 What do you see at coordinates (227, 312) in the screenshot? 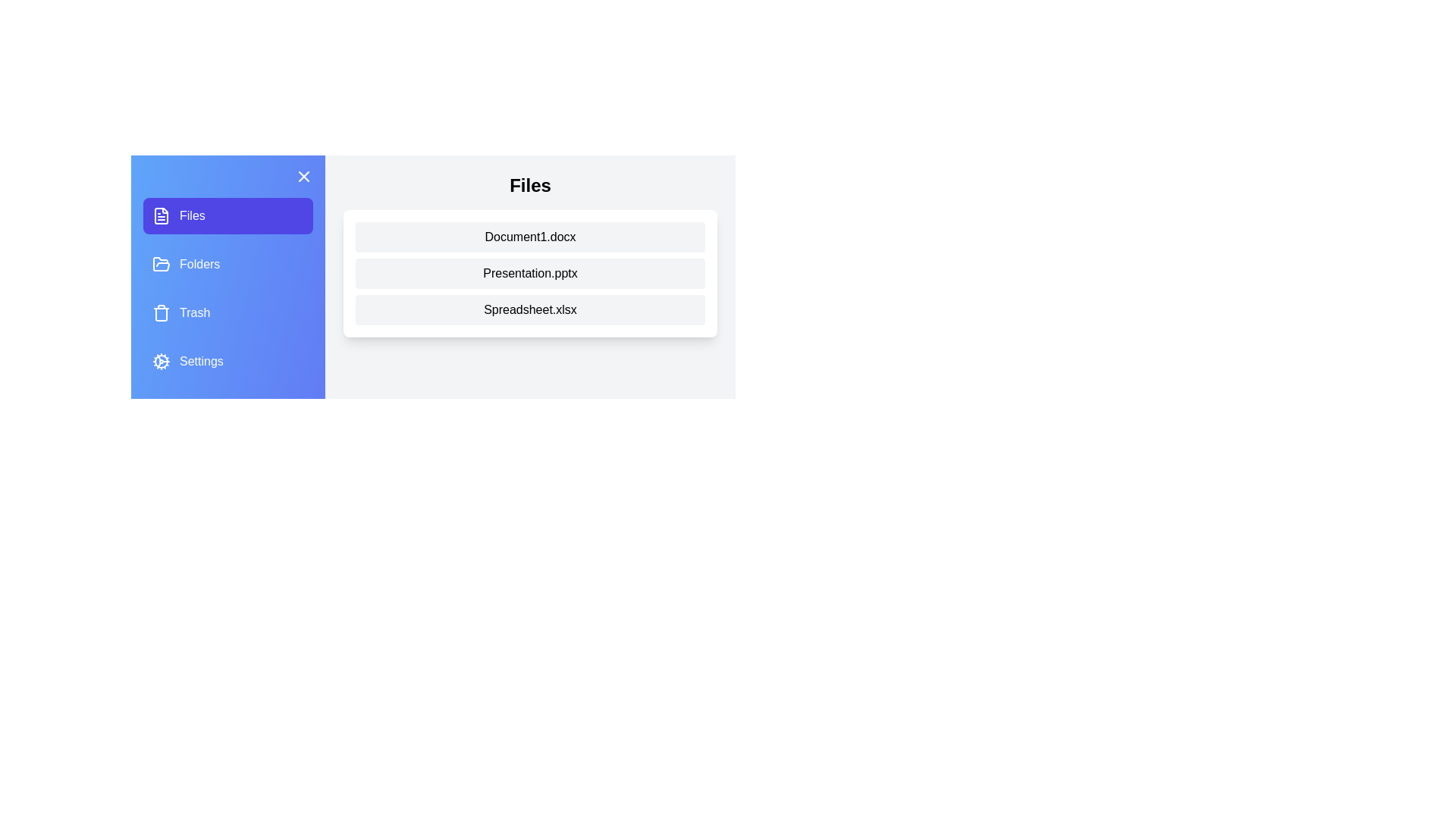
I see `the Trash tab from the menu` at bounding box center [227, 312].